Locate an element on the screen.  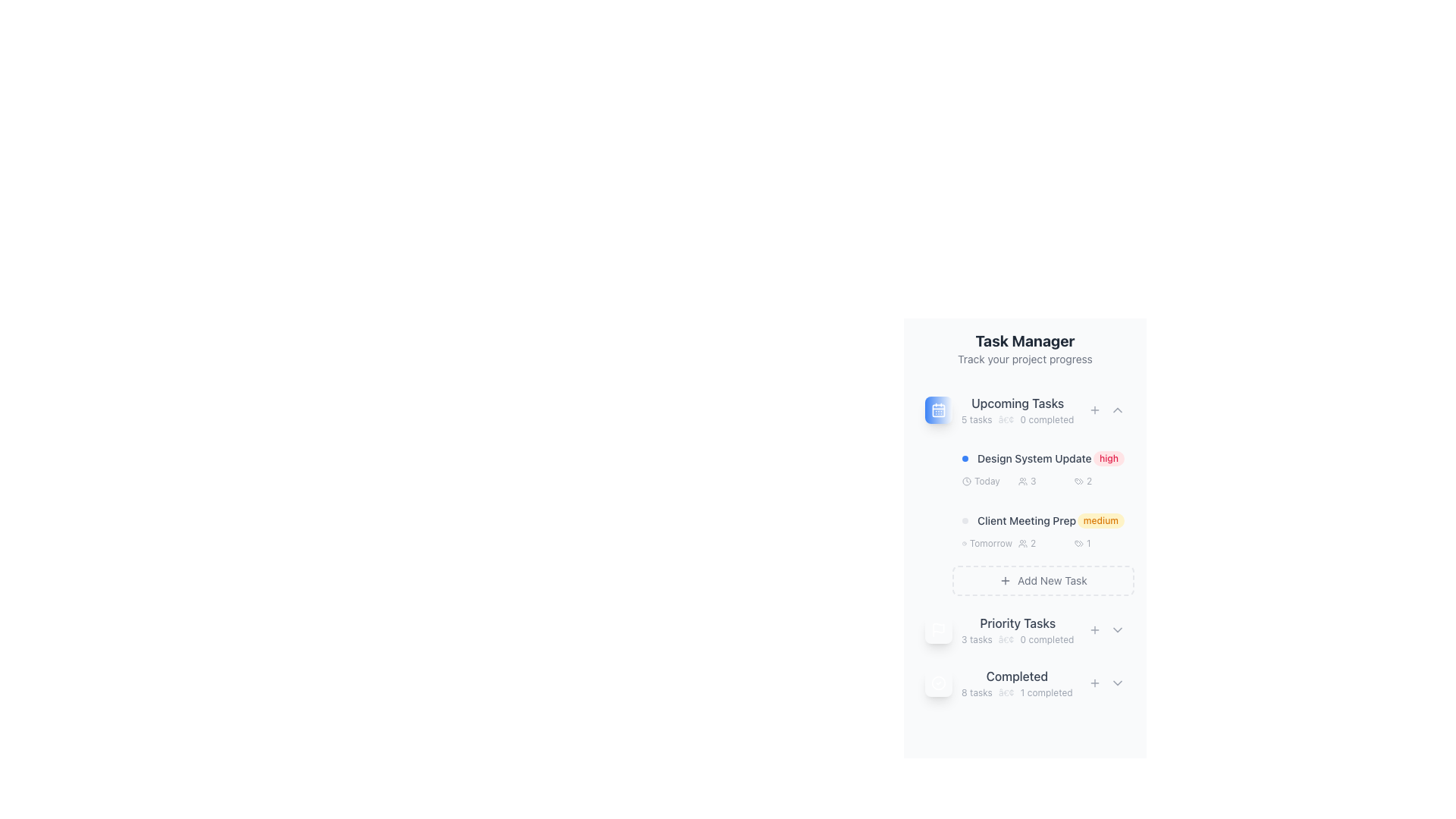
the top entry of the 'Upcoming Tasks' section, which is a task item with a high priority indicator is located at coordinates (1043, 458).